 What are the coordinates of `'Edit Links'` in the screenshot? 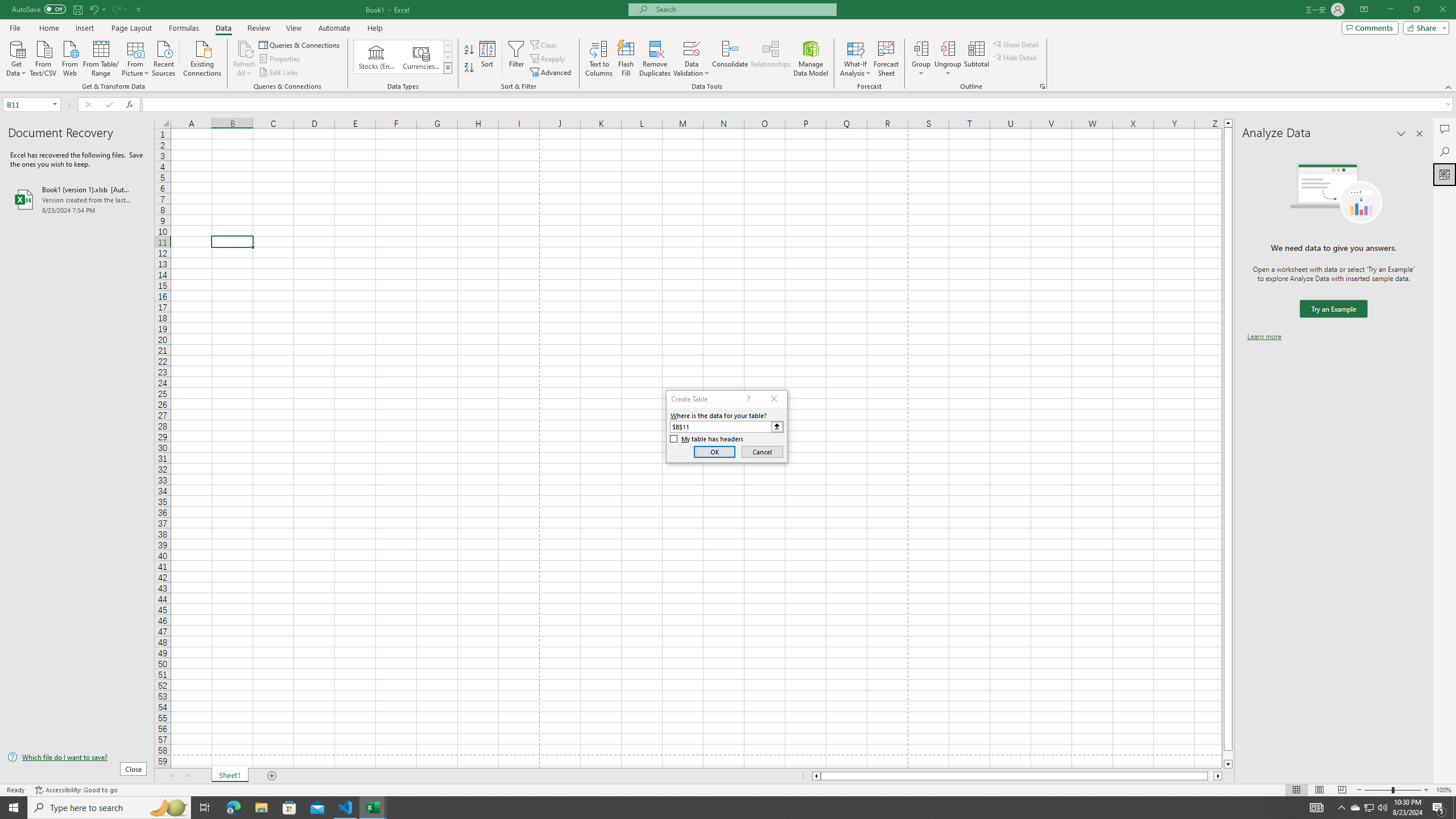 It's located at (279, 72).